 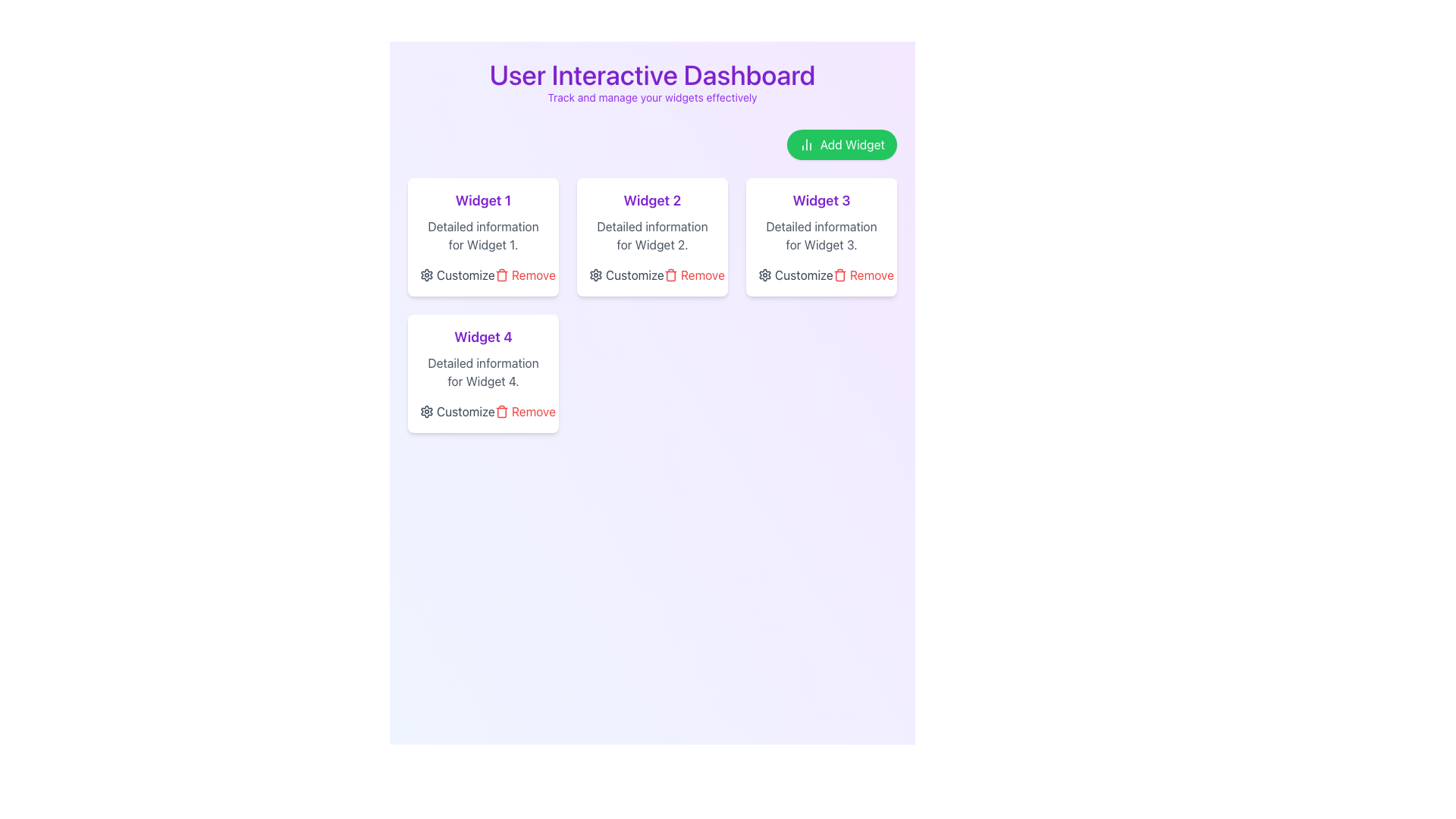 I want to click on the button for adding a new widget to the dashboard, so click(x=841, y=145).